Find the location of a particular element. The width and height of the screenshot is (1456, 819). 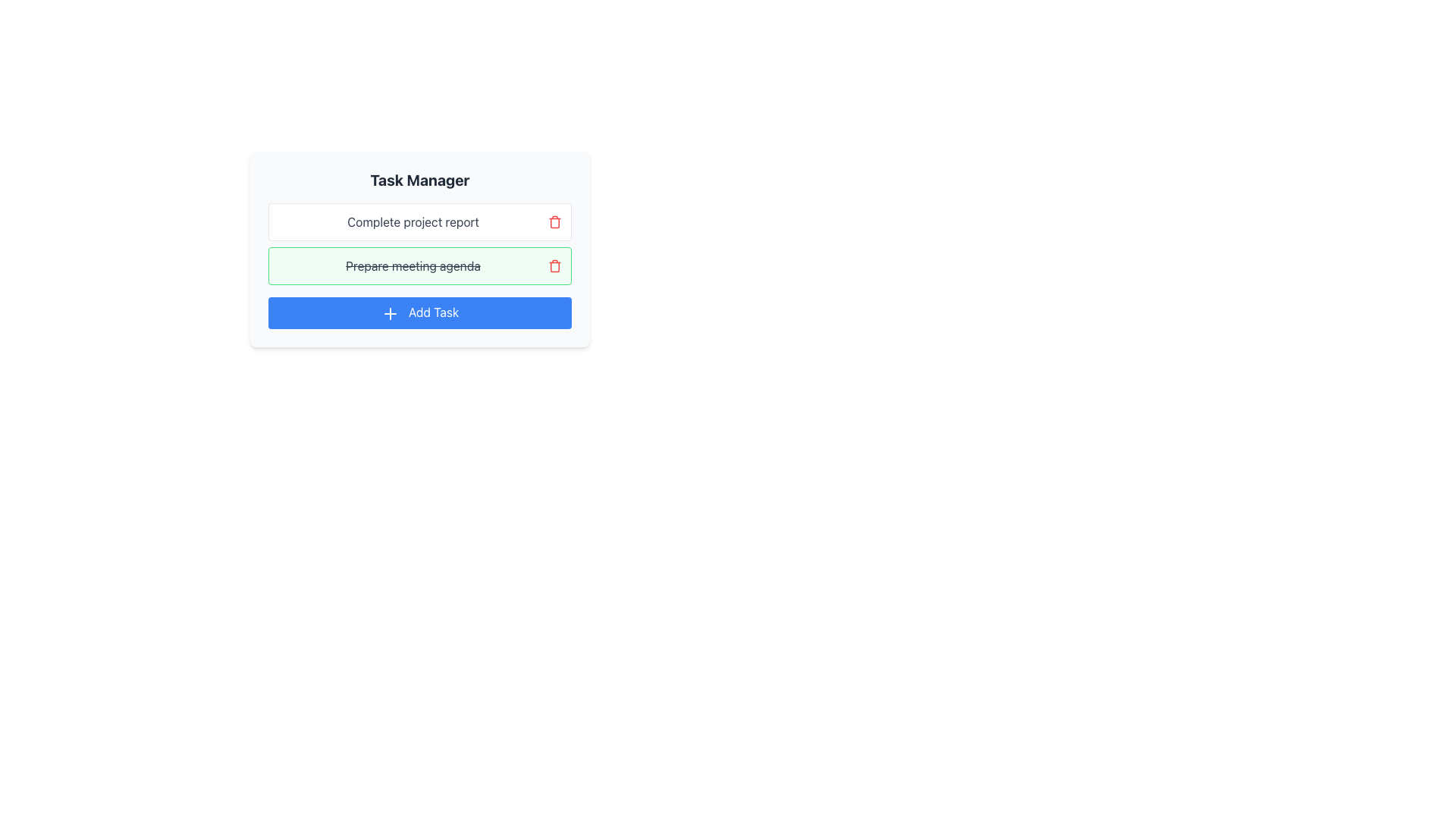

the text label element that reads 'Prepare meeting agenda.' which is styled with a strikethrough and indicates a completed task is located at coordinates (413, 265).